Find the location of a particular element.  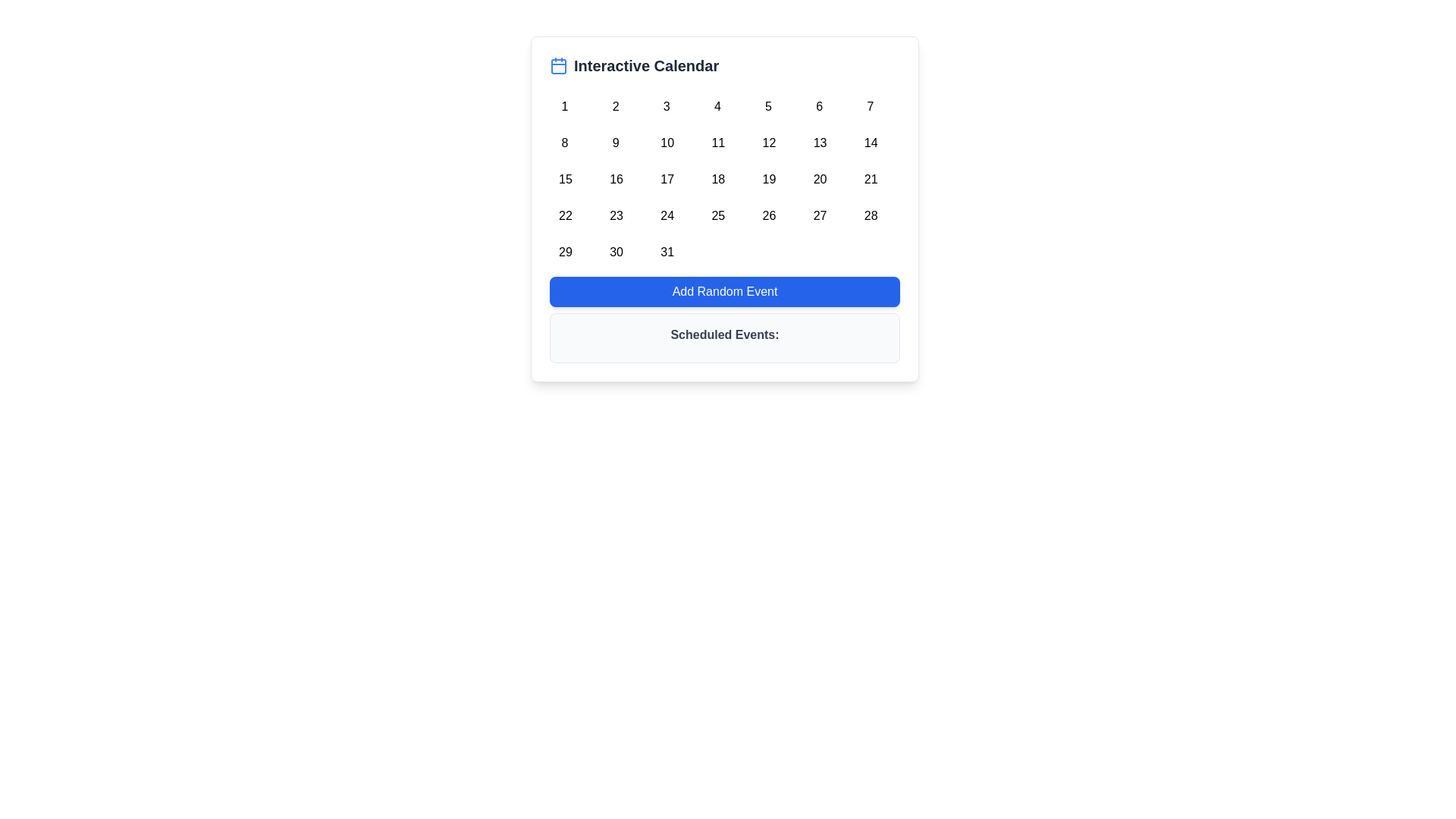

the Interactive Calendar Cell displaying the date '23' is located at coordinates (616, 213).